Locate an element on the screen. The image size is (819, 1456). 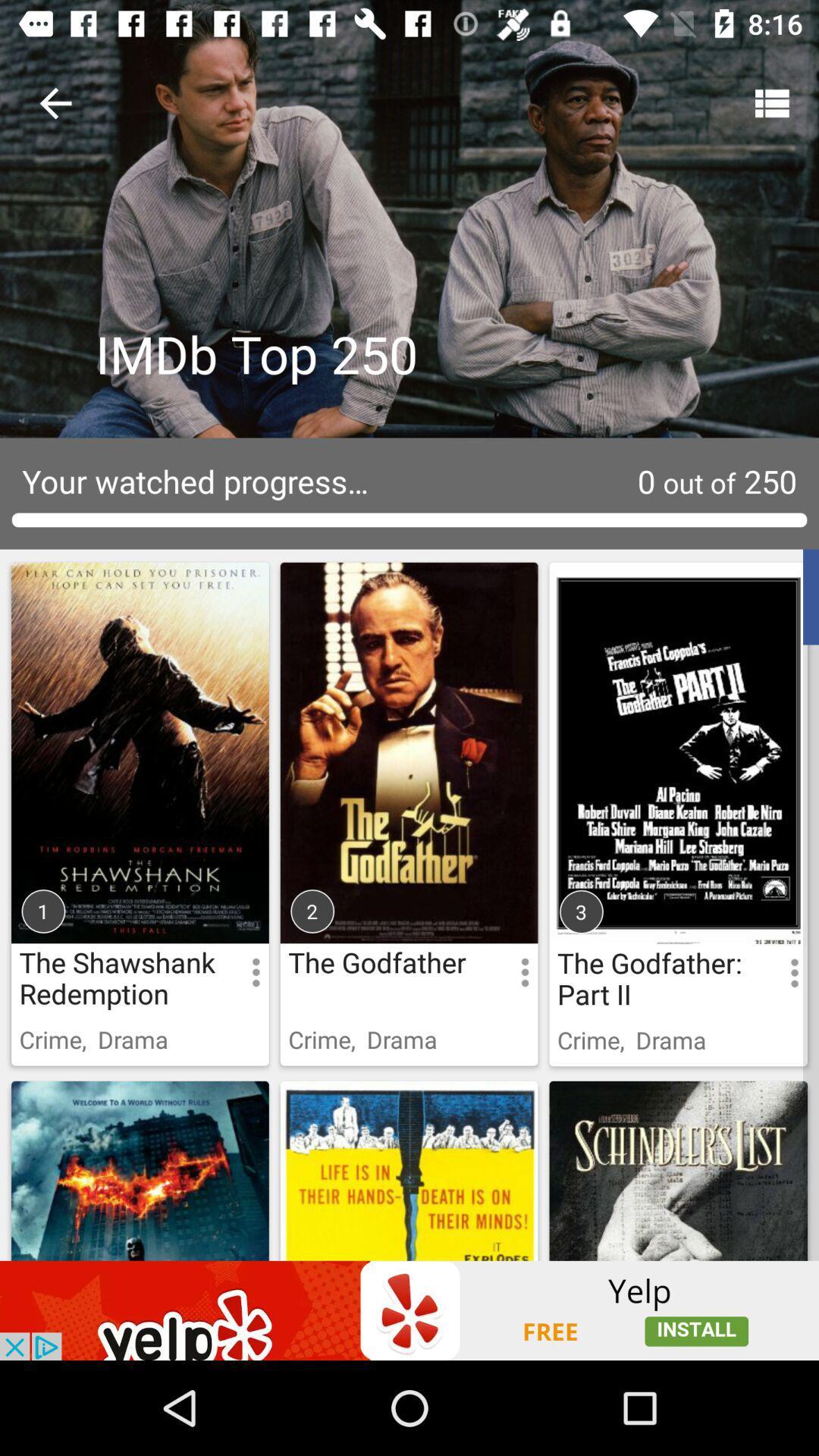
the movie number 1 is located at coordinates (140, 728).